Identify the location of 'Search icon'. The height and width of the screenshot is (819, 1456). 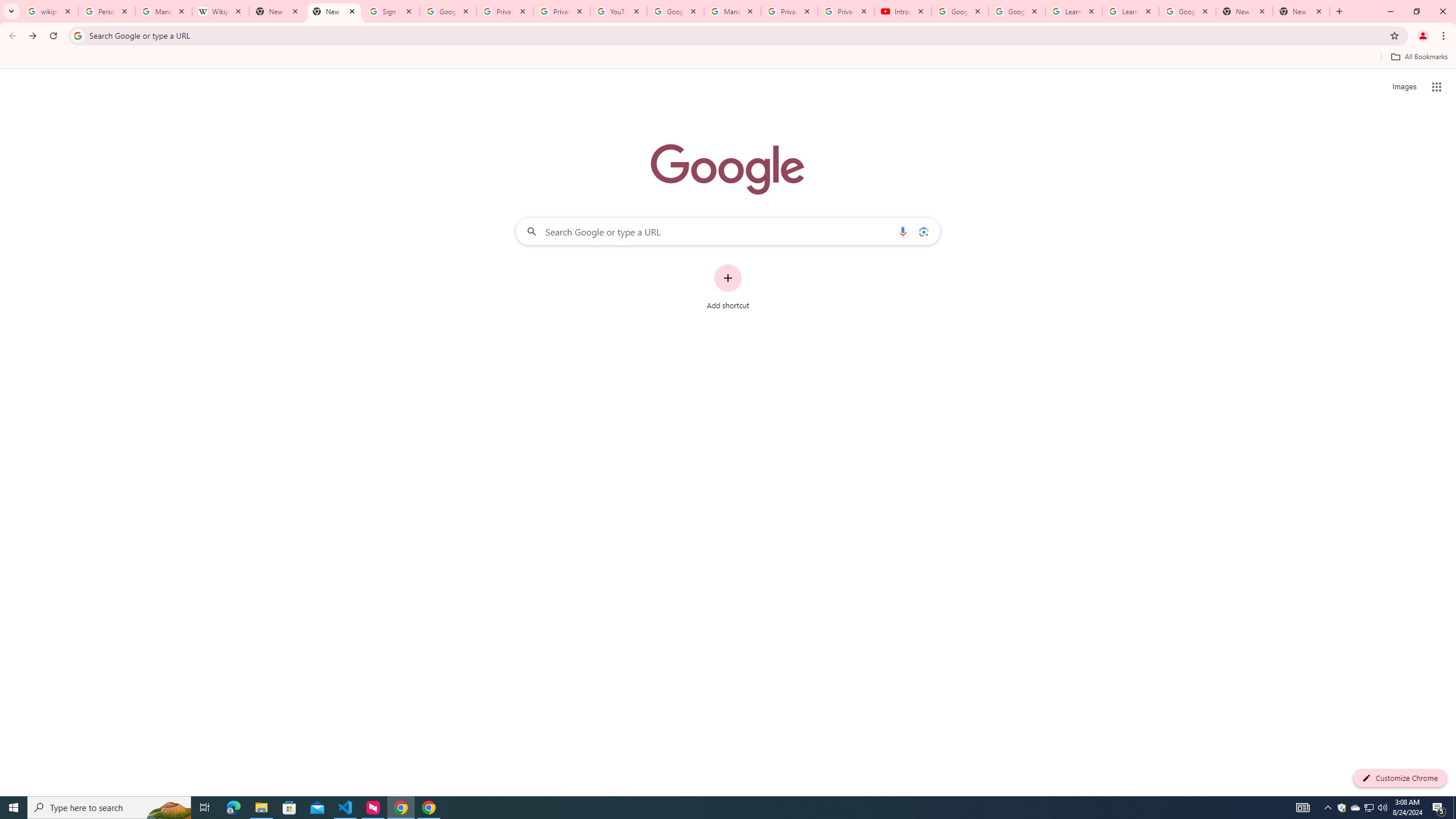
(77, 35).